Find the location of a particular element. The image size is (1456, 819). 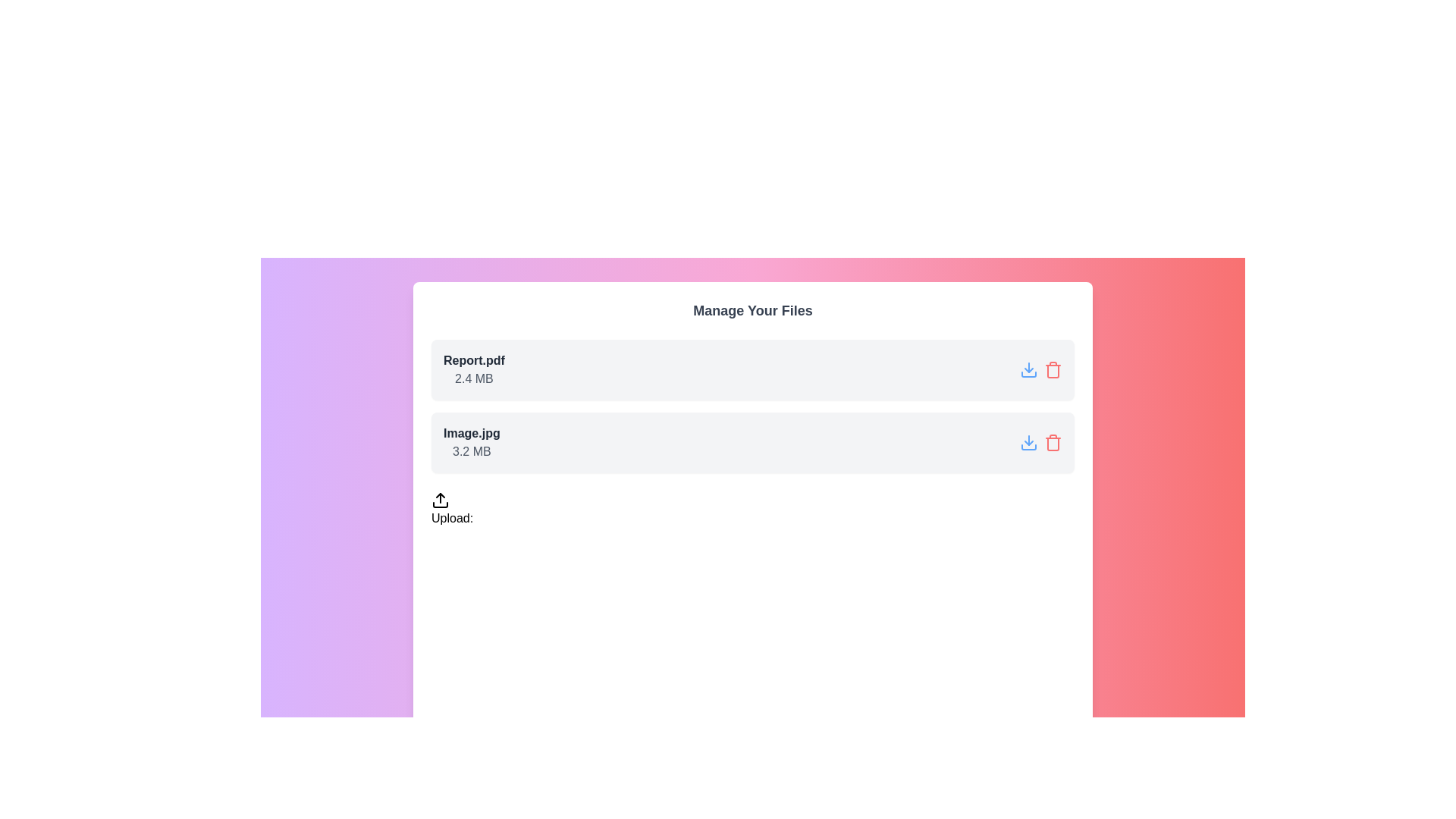

the delete icon in the Button Group for 'Report.pdf 2.4 MB' is located at coordinates (1040, 370).